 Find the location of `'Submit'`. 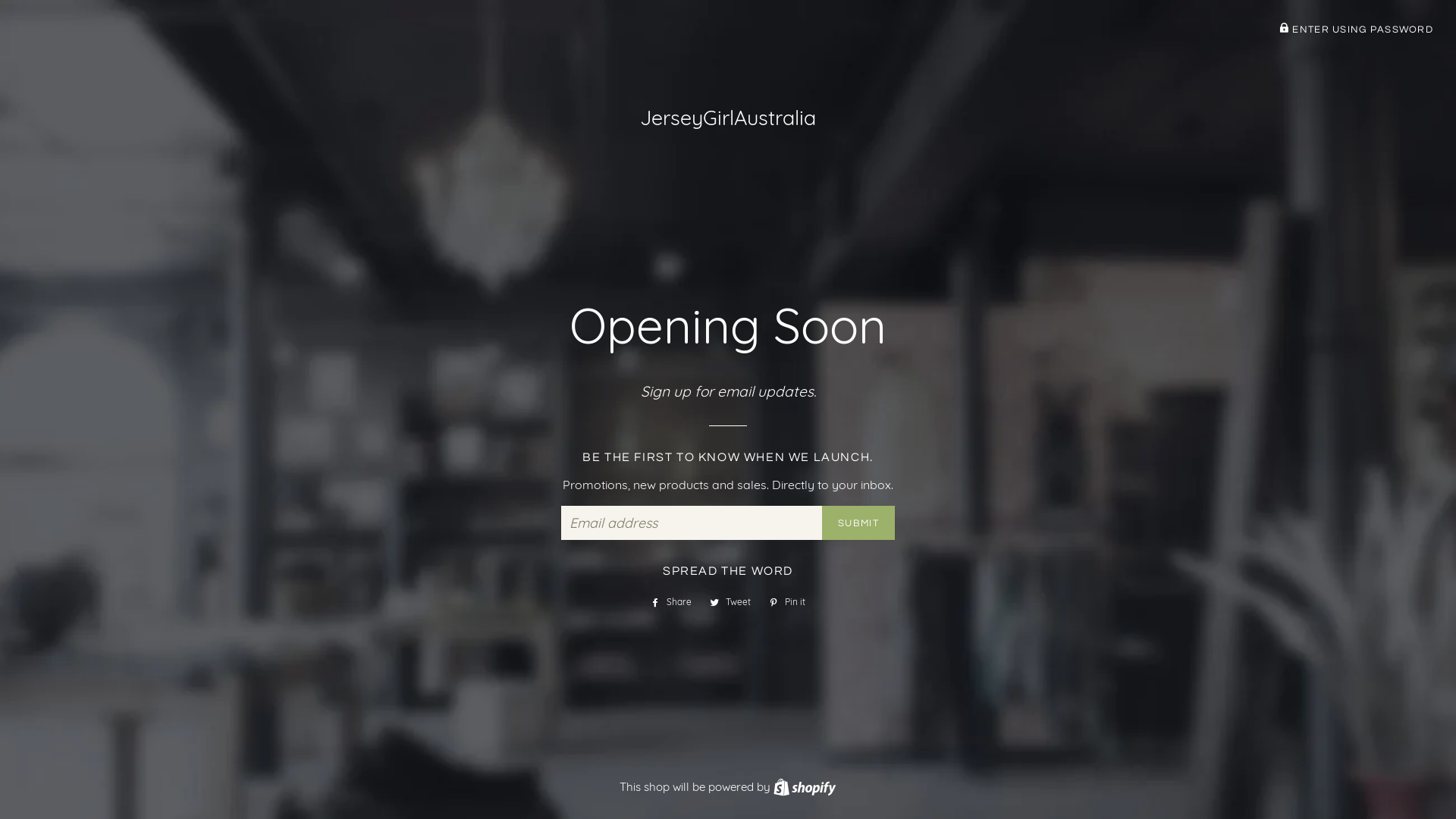

'Submit' is located at coordinates (858, 522).